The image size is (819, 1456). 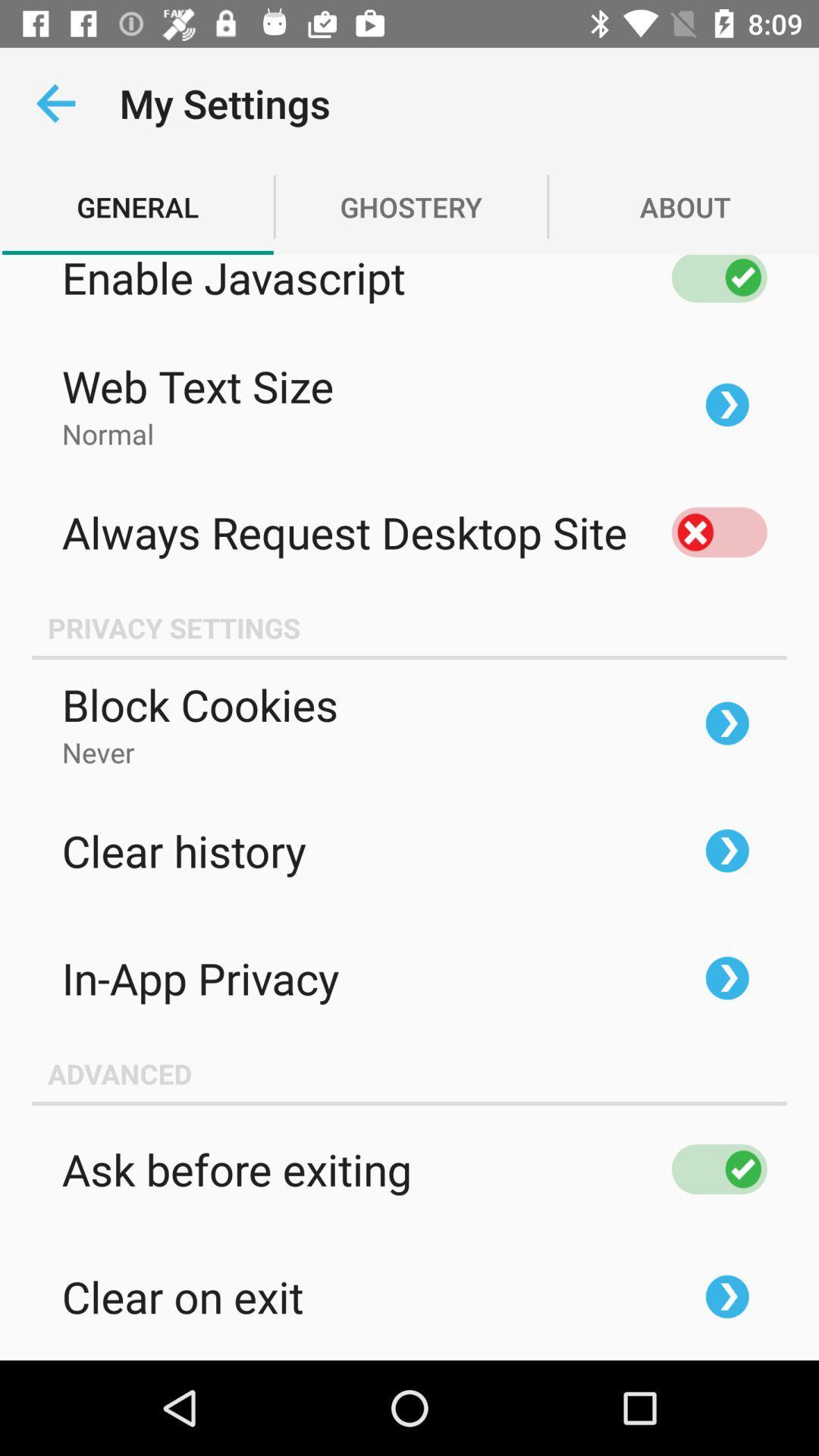 What do you see at coordinates (55, 102) in the screenshot?
I see `the app to the left of the my settings app` at bounding box center [55, 102].